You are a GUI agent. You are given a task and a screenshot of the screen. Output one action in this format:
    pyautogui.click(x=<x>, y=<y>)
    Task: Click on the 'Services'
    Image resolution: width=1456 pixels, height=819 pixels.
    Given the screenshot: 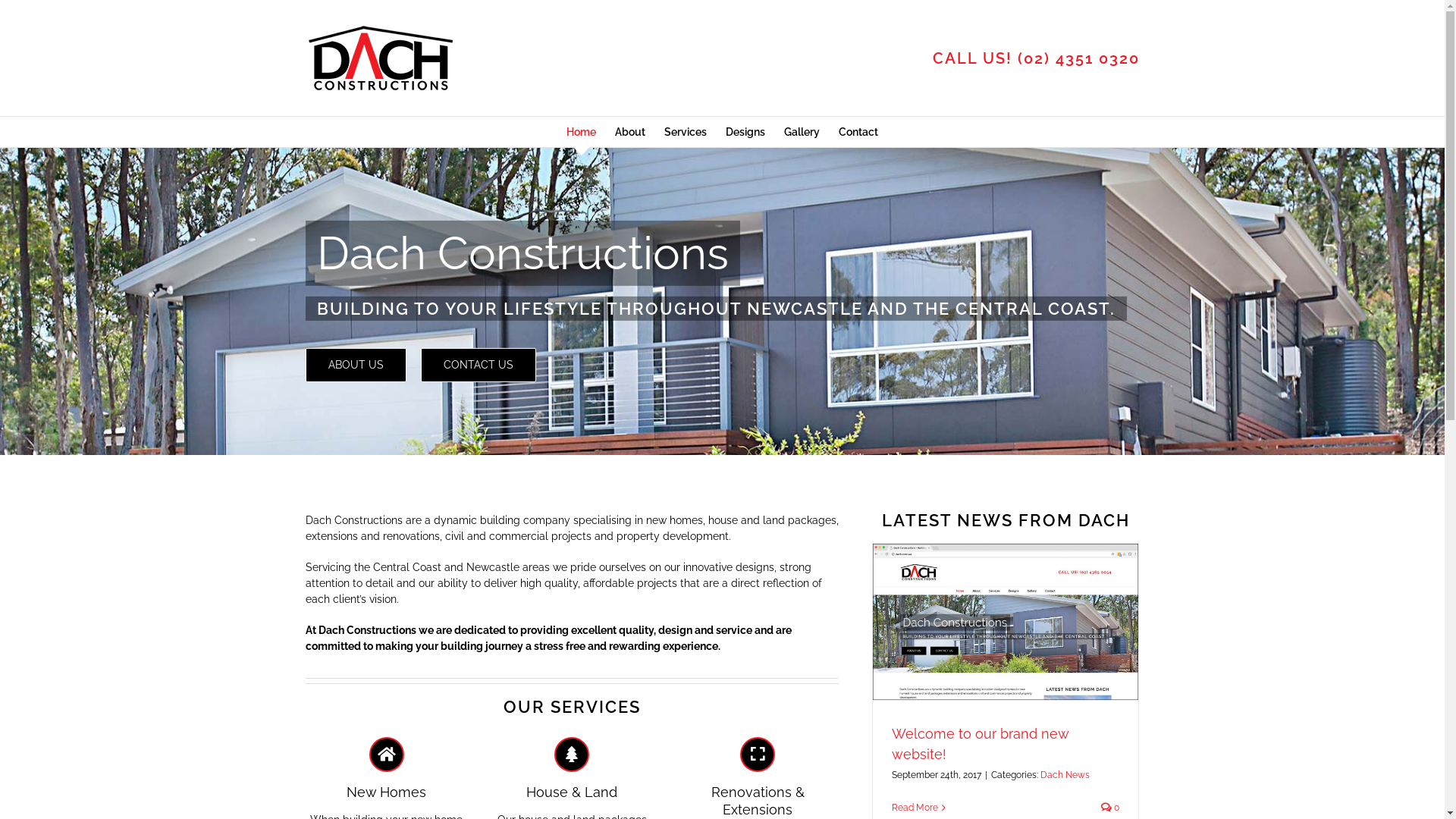 What is the action you would take?
    pyautogui.click(x=664, y=130)
    